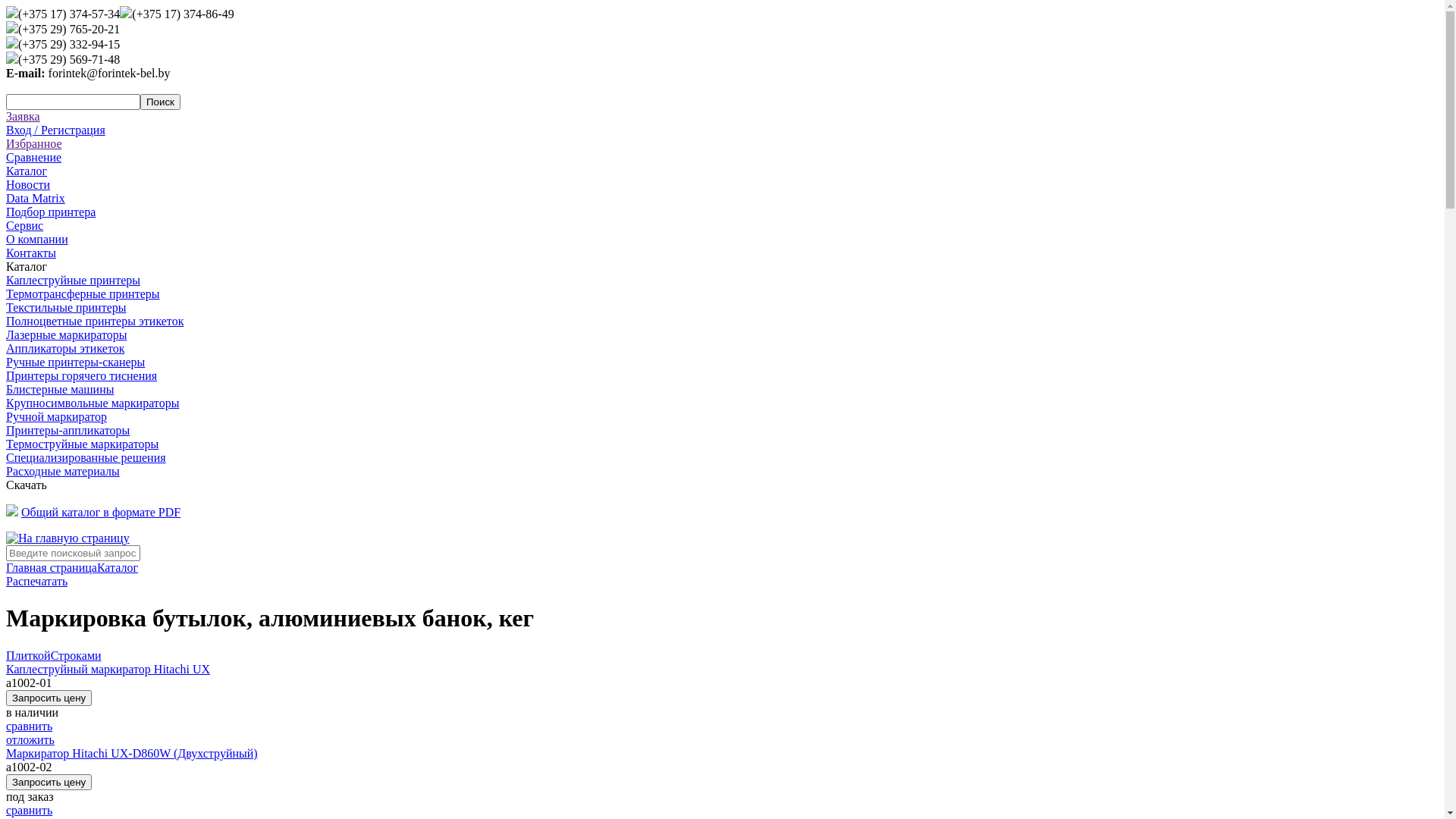  Describe the element at coordinates (36, 197) in the screenshot. I see `'Data Matrix'` at that location.